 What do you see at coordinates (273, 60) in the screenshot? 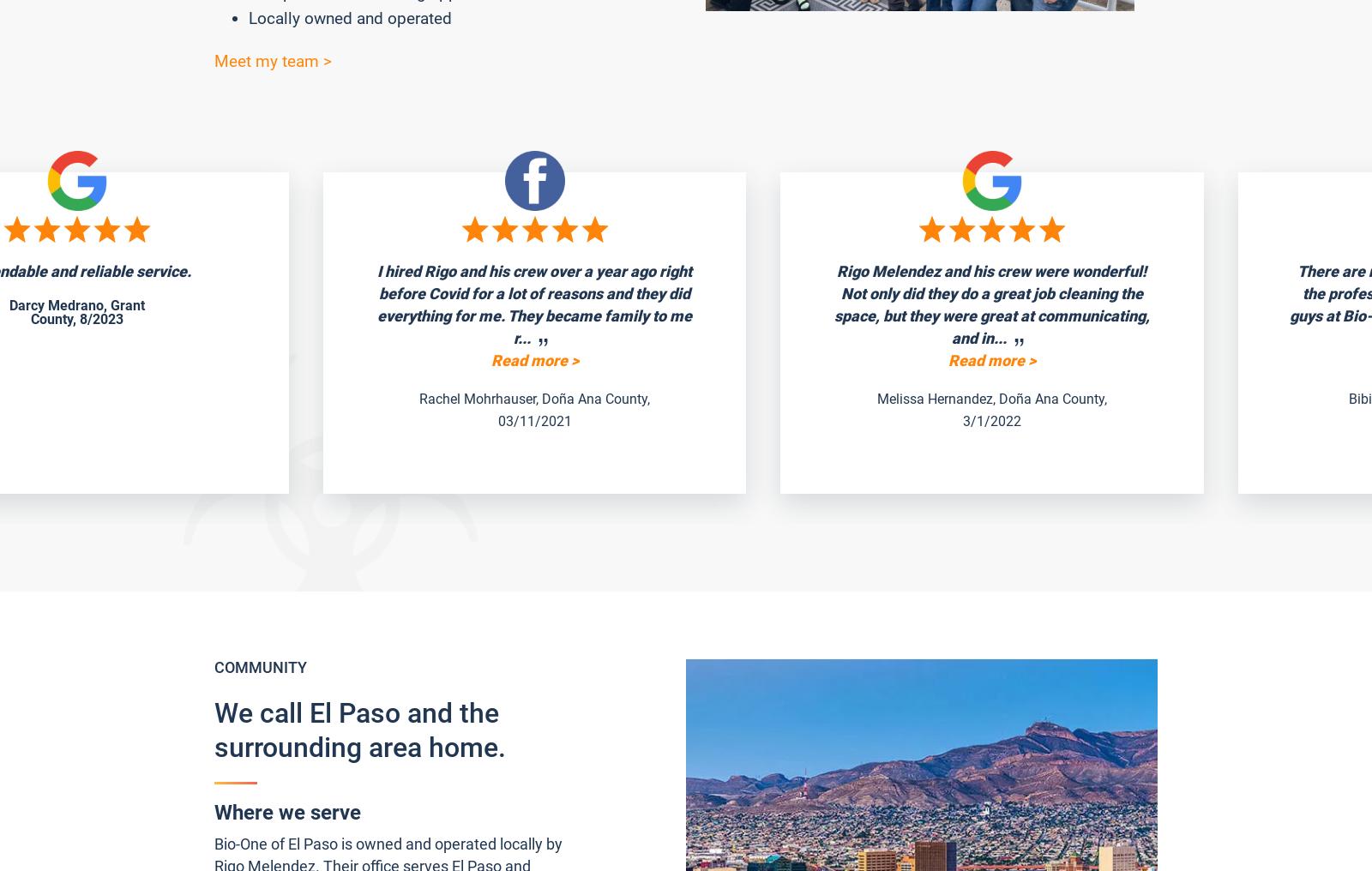
I see `'Meet my team >'` at bounding box center [273, 60].